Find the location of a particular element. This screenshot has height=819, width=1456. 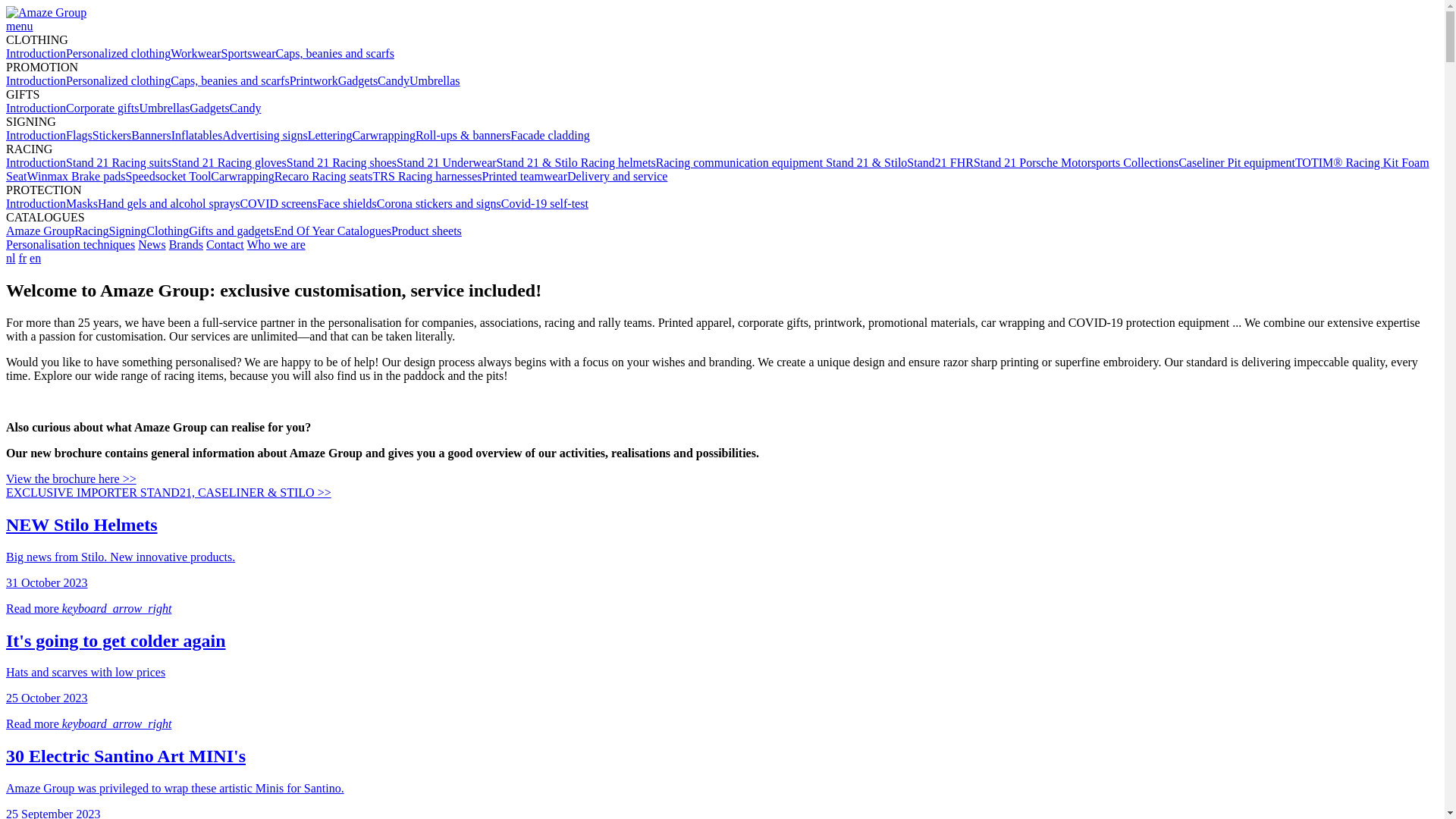

'Masks' is located at coordinates (80, 202).